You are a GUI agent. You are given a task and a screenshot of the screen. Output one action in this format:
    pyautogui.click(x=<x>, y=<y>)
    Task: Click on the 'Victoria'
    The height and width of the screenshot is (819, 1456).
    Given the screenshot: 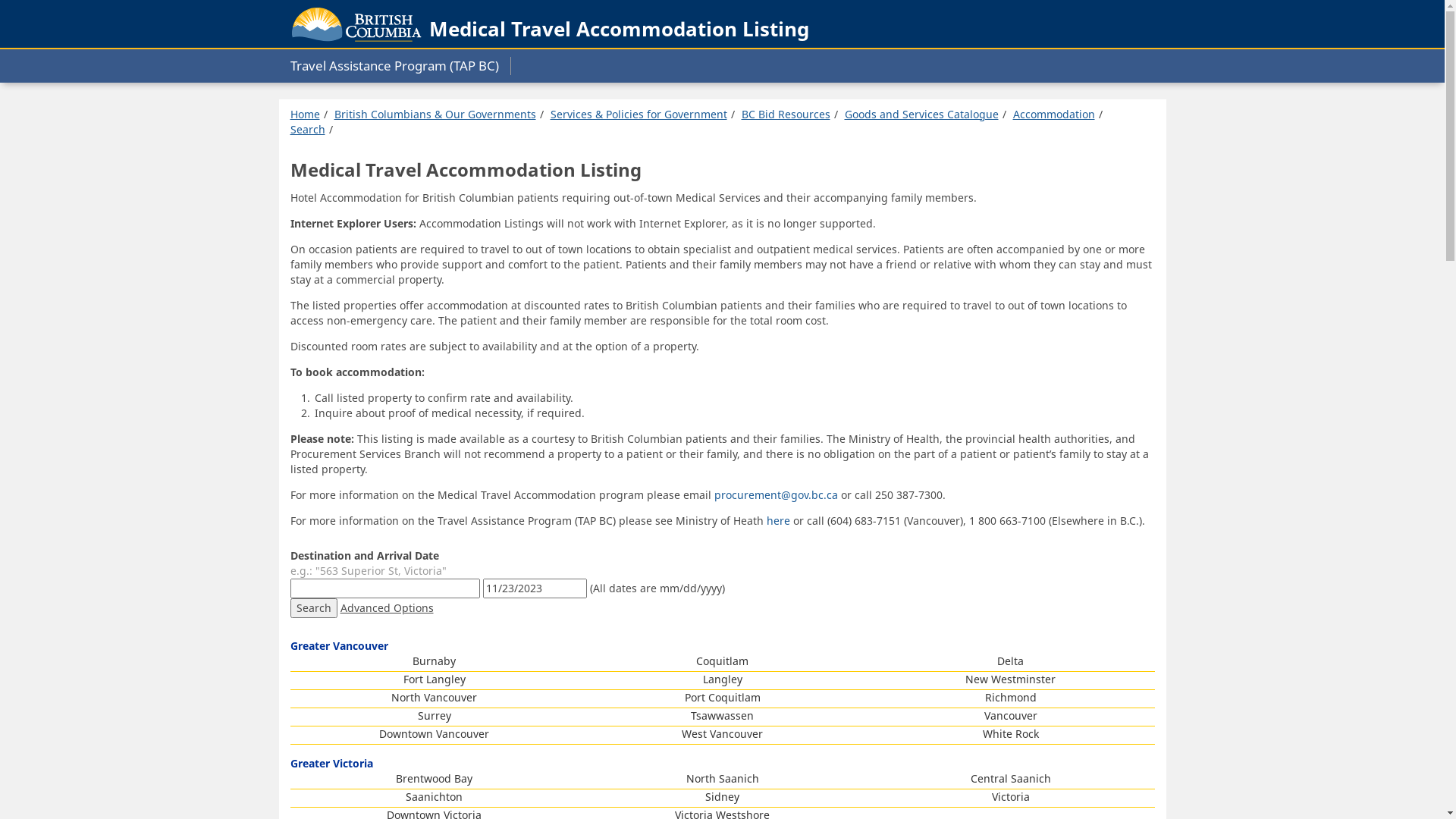 What is the action you would take?
    pyautogui.click(x=1011, y=795)
    